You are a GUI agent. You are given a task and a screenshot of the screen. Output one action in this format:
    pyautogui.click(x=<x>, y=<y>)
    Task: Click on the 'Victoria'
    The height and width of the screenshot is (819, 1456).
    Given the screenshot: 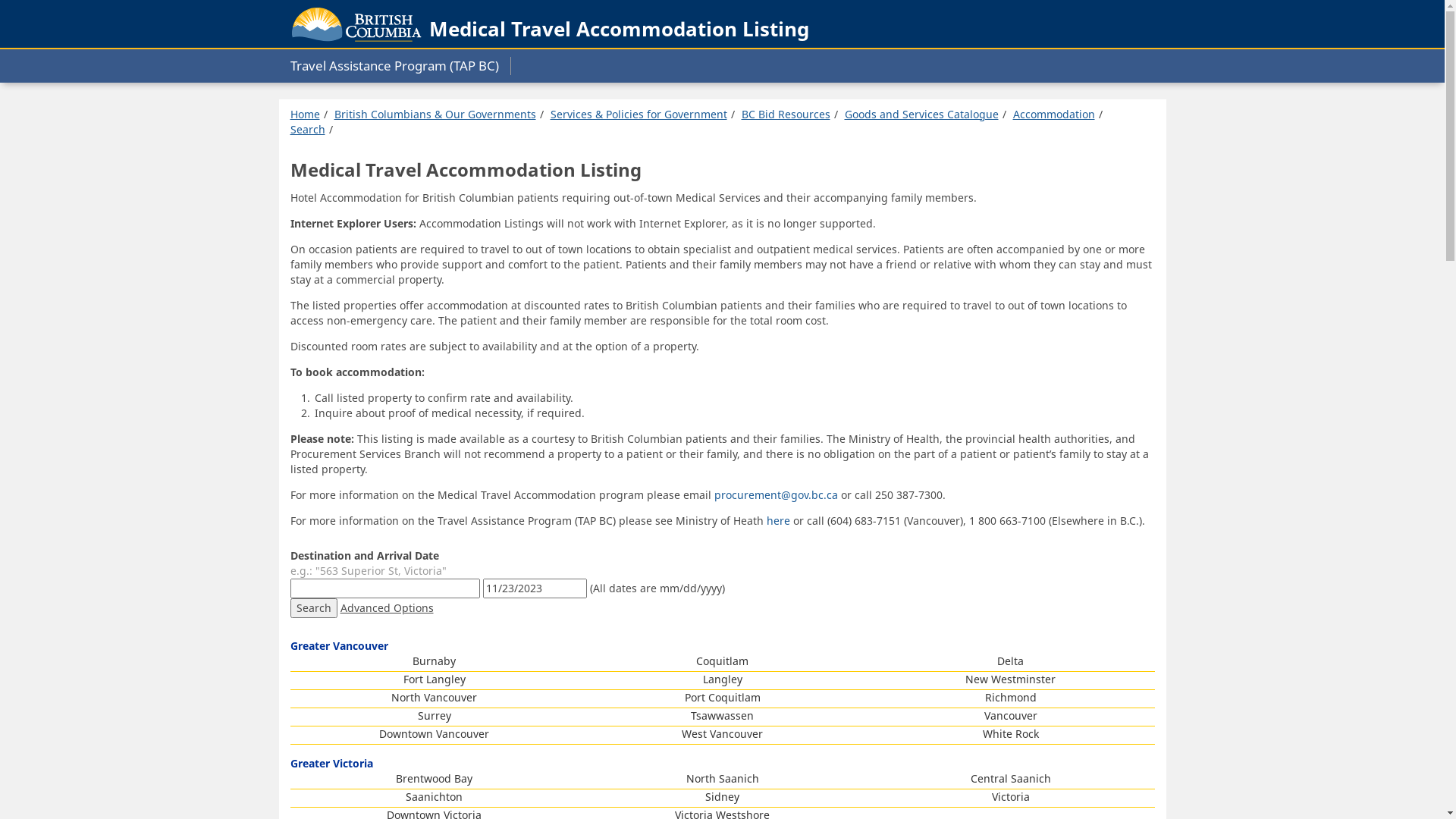 What is the action you would take?
    pyautogui.click(x=1011, y=795)
    